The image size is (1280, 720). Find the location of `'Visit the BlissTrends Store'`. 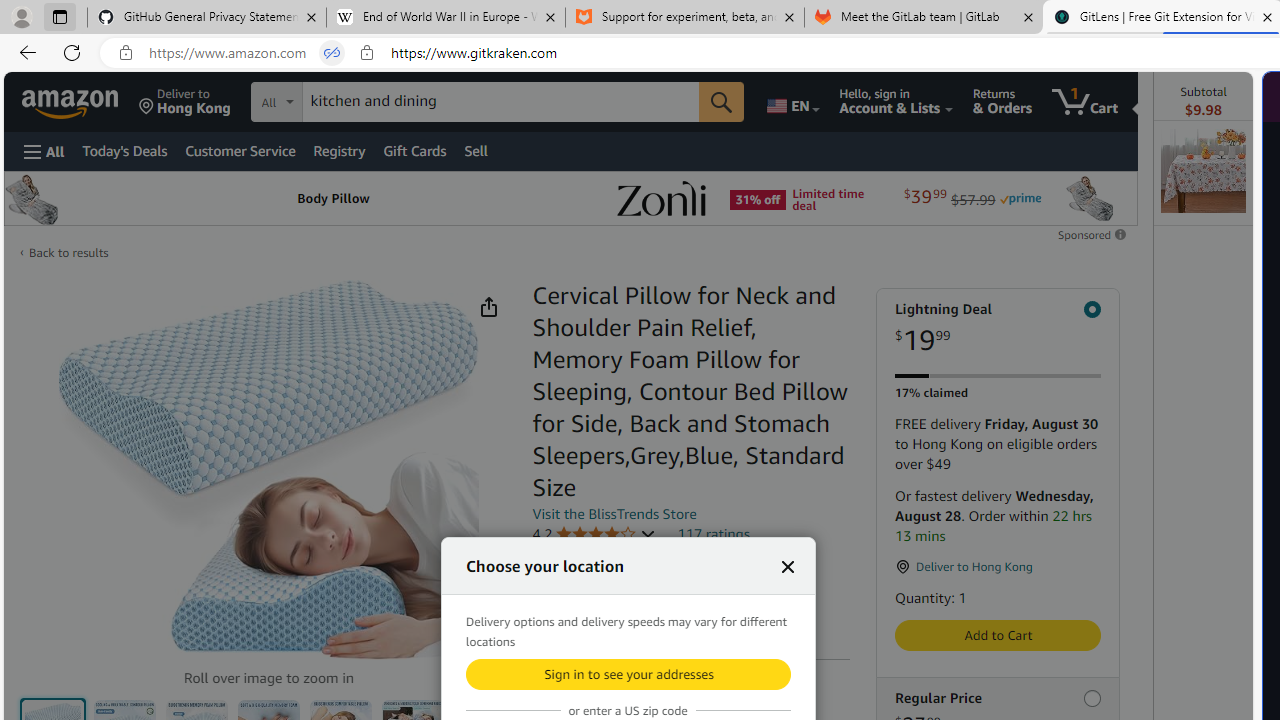

'Visit the BlissTrends Store' is located at coordinates (614, 512).